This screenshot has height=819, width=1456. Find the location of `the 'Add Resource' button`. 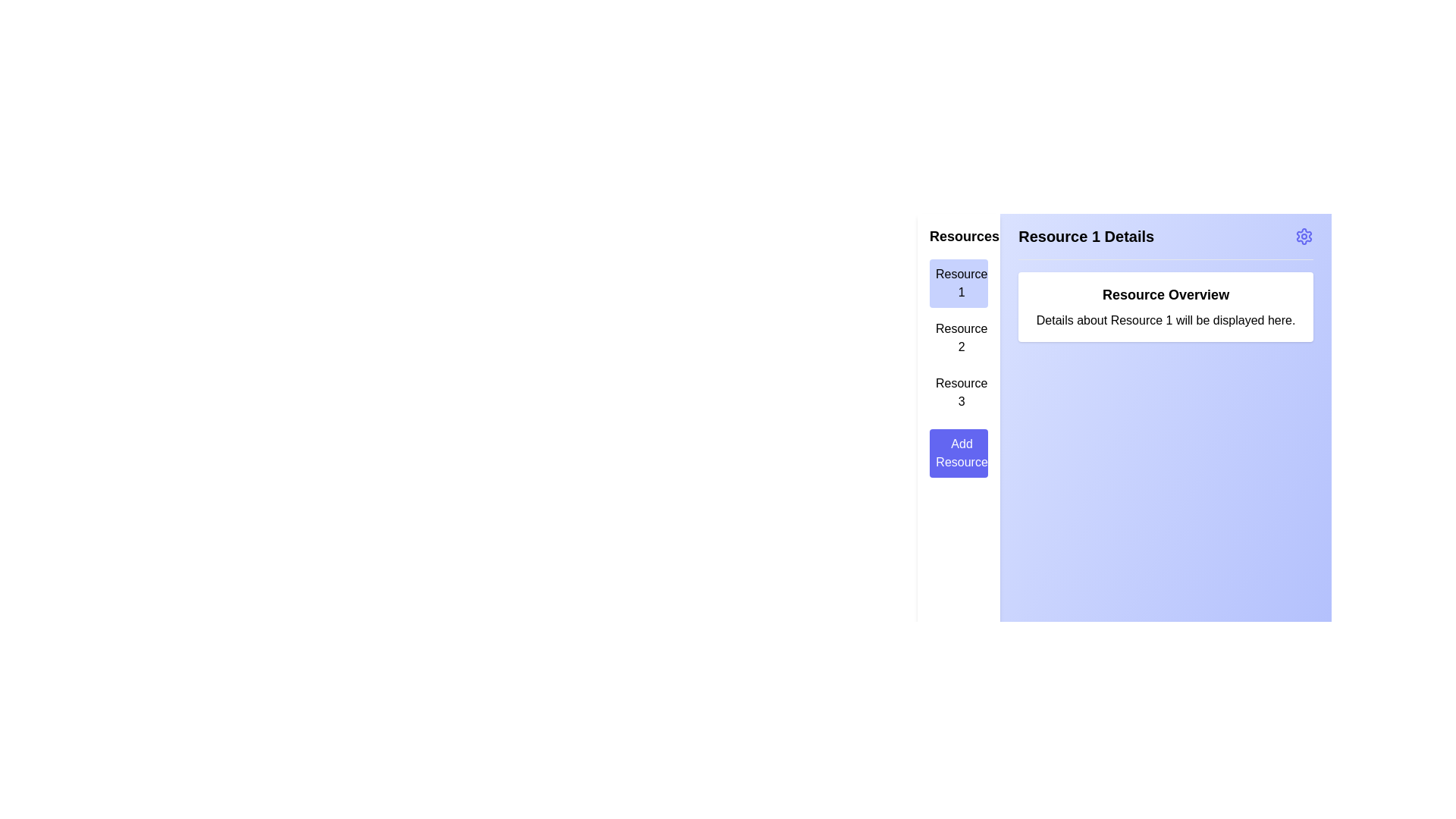

the 'Add Resource' button is located at coordinates (957, 452).